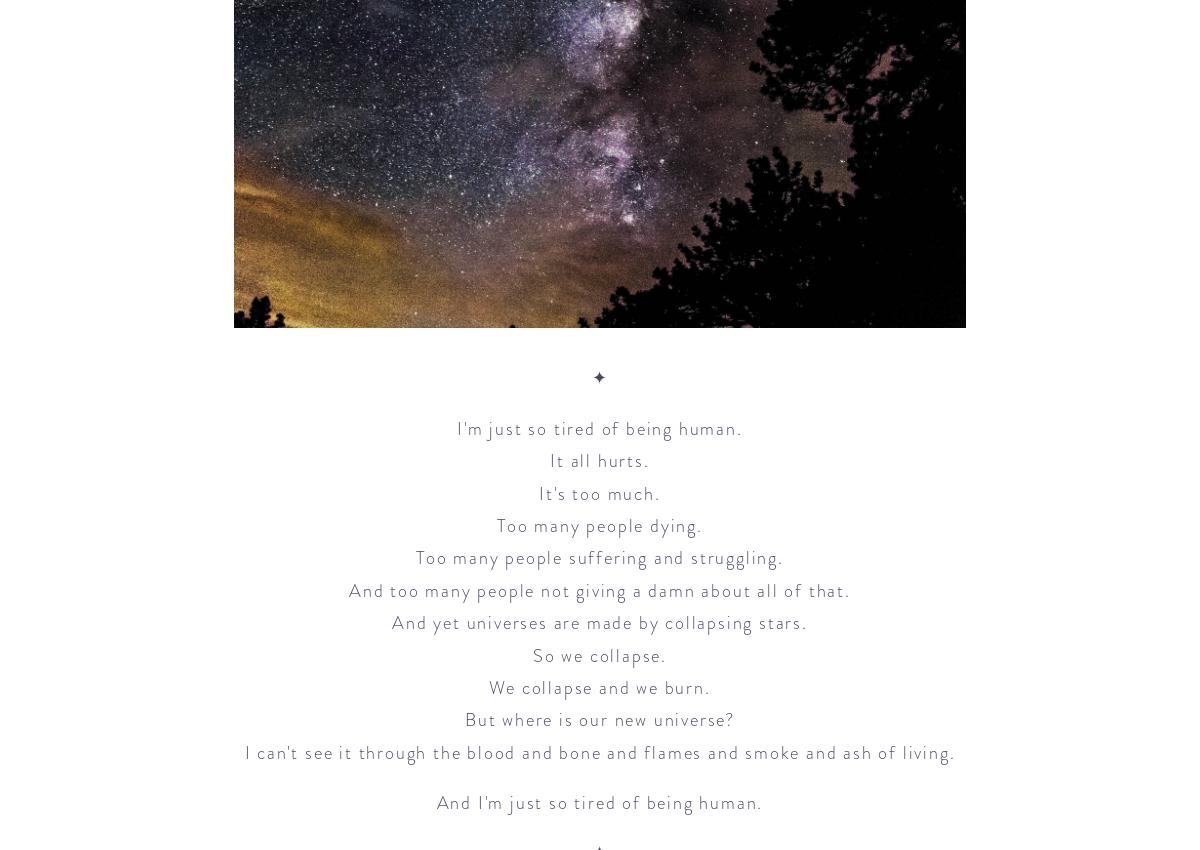 This screenshot has width=1200, height=850. I want to click on 'And I'm just so tired of being human.', so click(598, 801).